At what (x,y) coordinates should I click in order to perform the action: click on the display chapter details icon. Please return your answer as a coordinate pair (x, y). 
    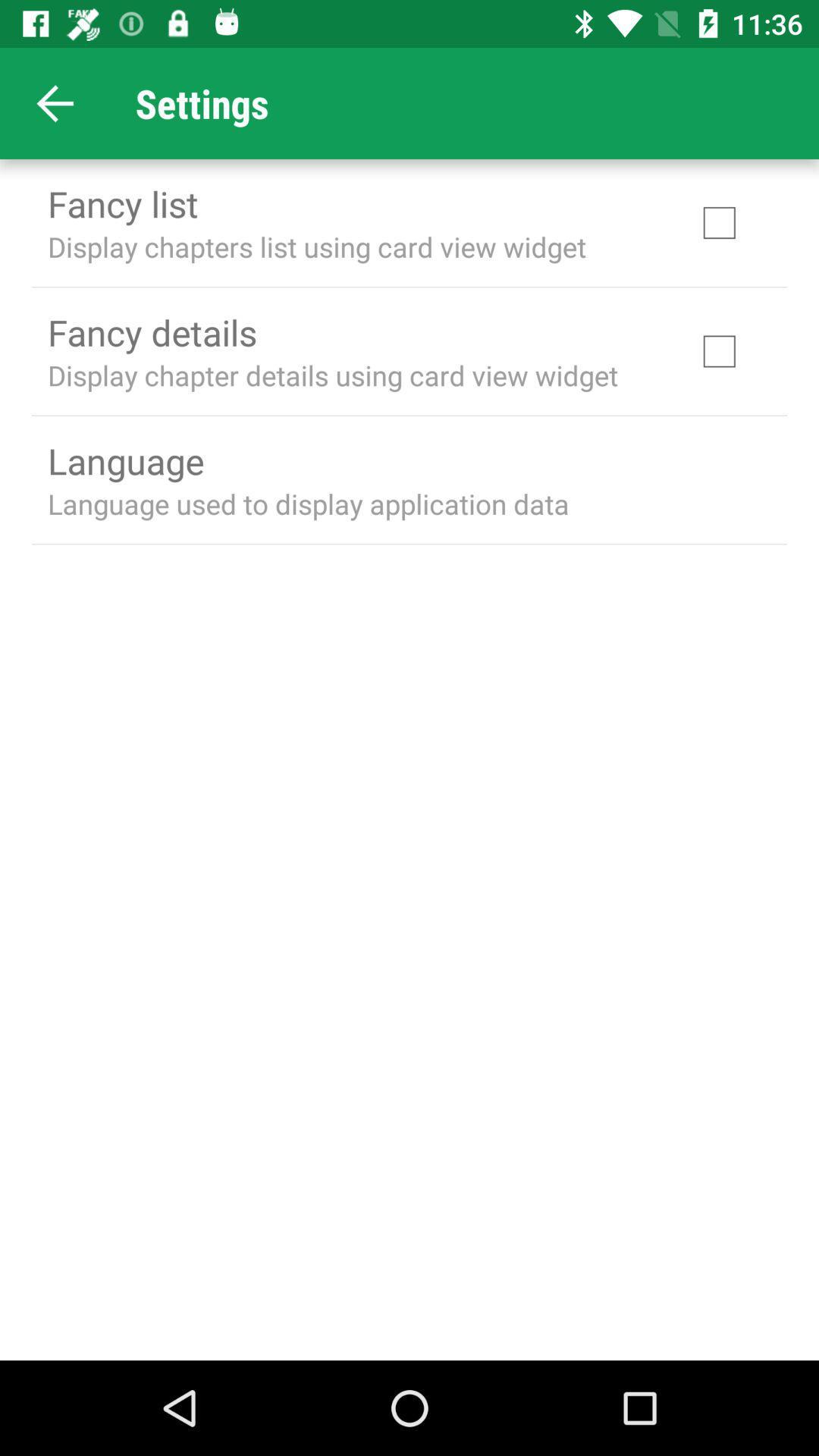
    Looking at the image, I should click on (332, 375).